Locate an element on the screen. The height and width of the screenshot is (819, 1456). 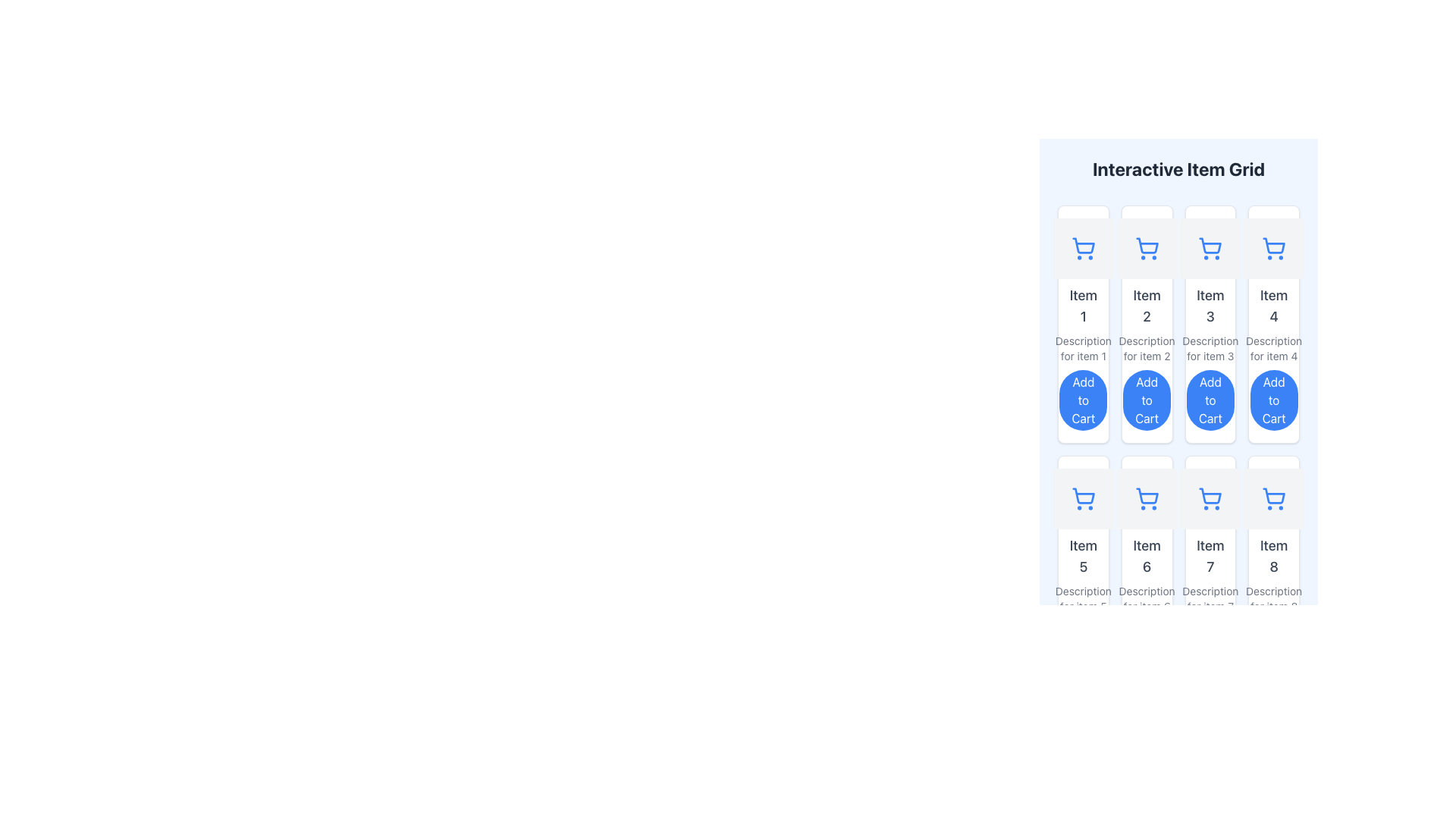
the 'Add to Cart' button for Item 2, located in the second column of the first row of the item grid is located at coordinates (1147, 400).